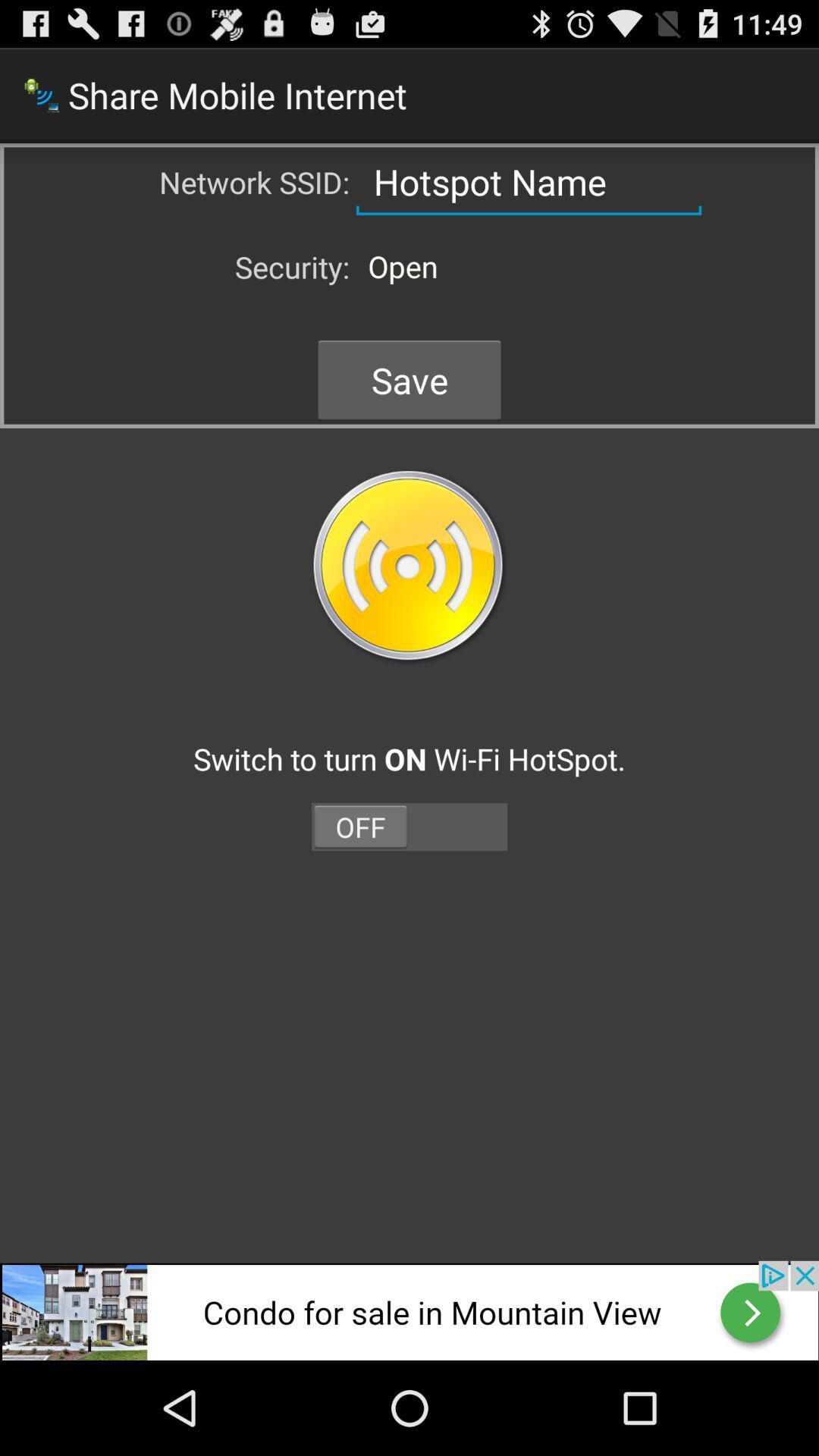  What do you see at coordinates (409, 566) in the screenshot?
I see `wifi on button` at bounding box center [409, 566].